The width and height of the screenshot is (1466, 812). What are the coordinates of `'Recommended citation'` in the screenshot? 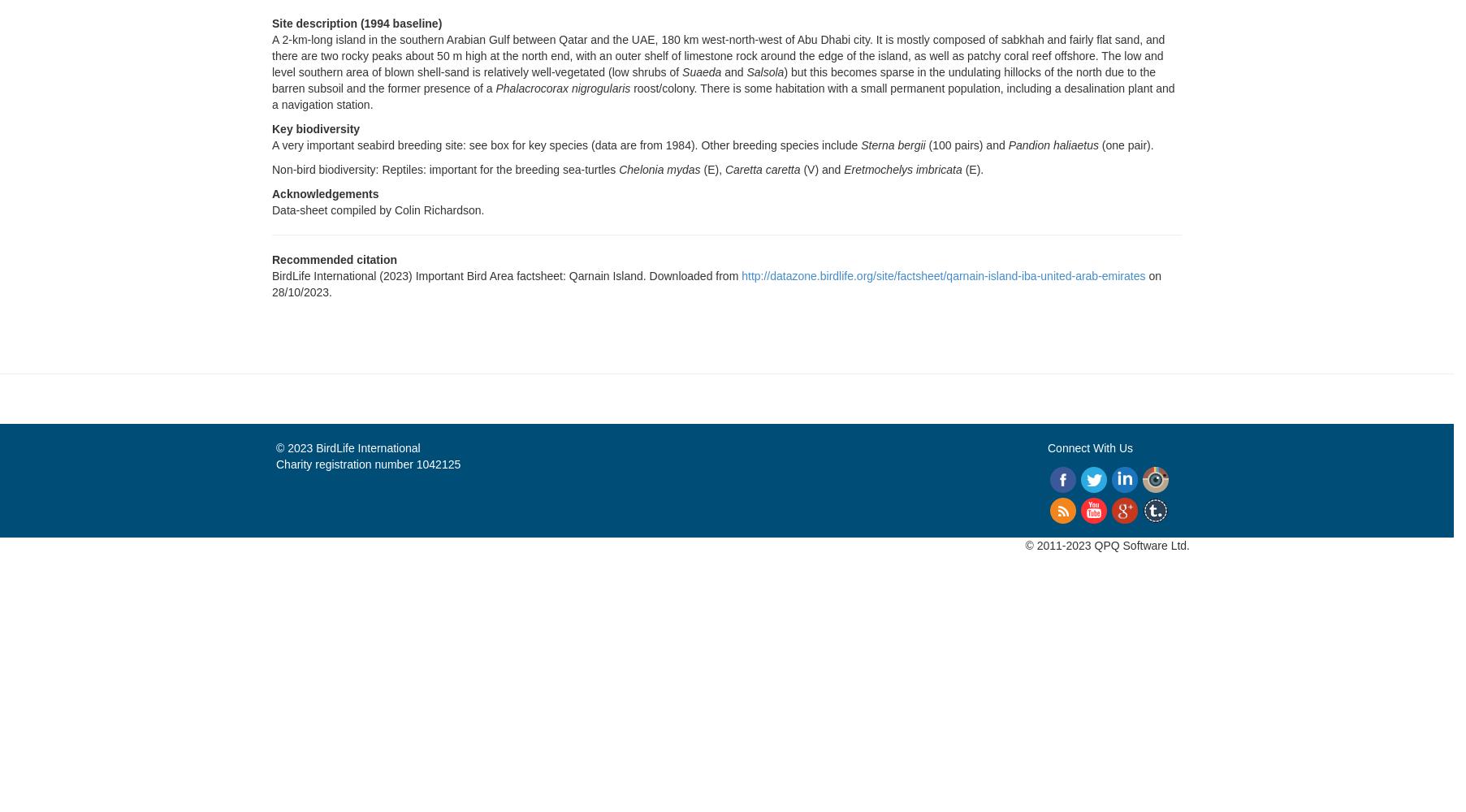 It's located at (335, 259).